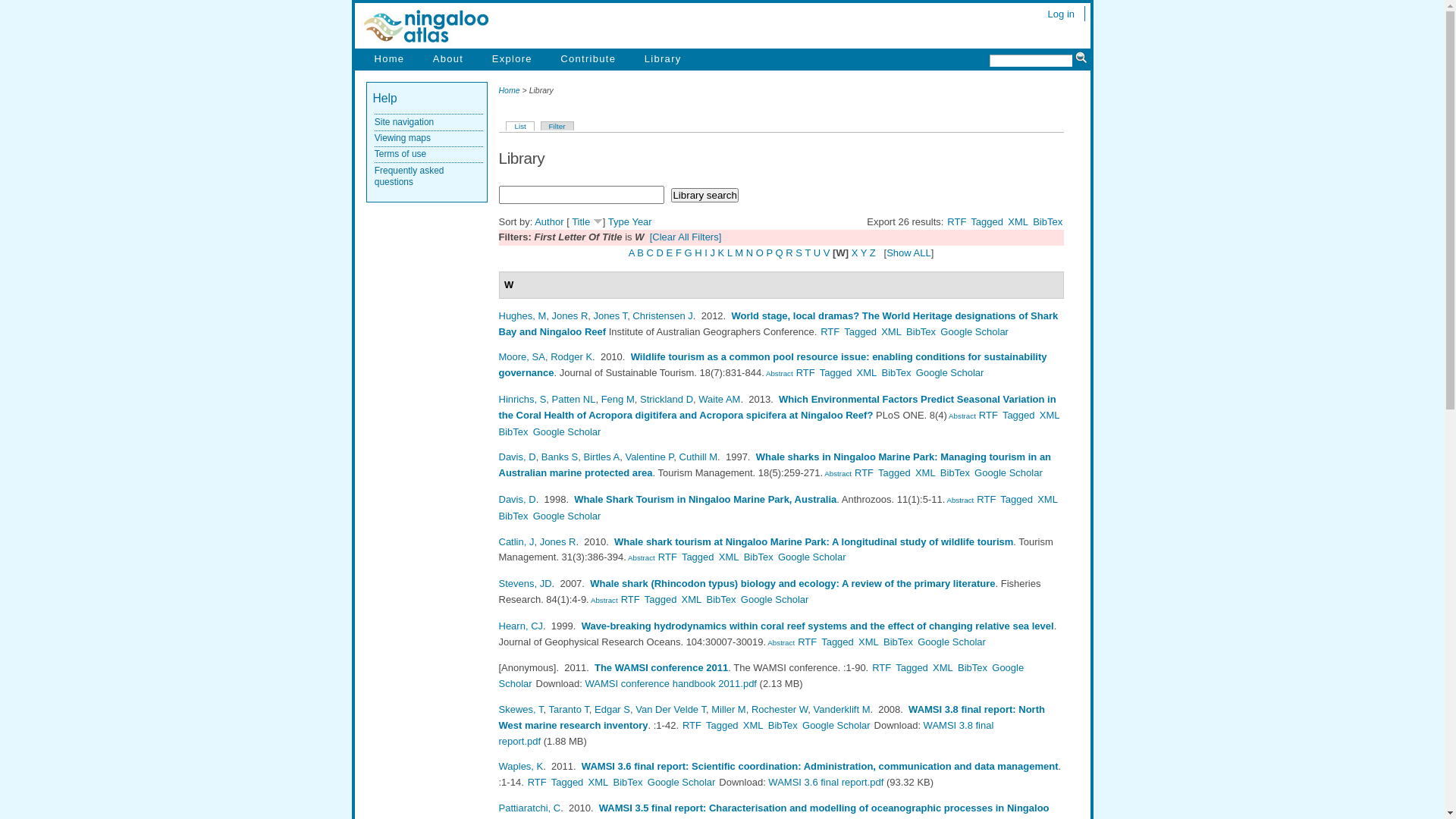  I want to click on 'Hinrichs, S', so click(498, 398).